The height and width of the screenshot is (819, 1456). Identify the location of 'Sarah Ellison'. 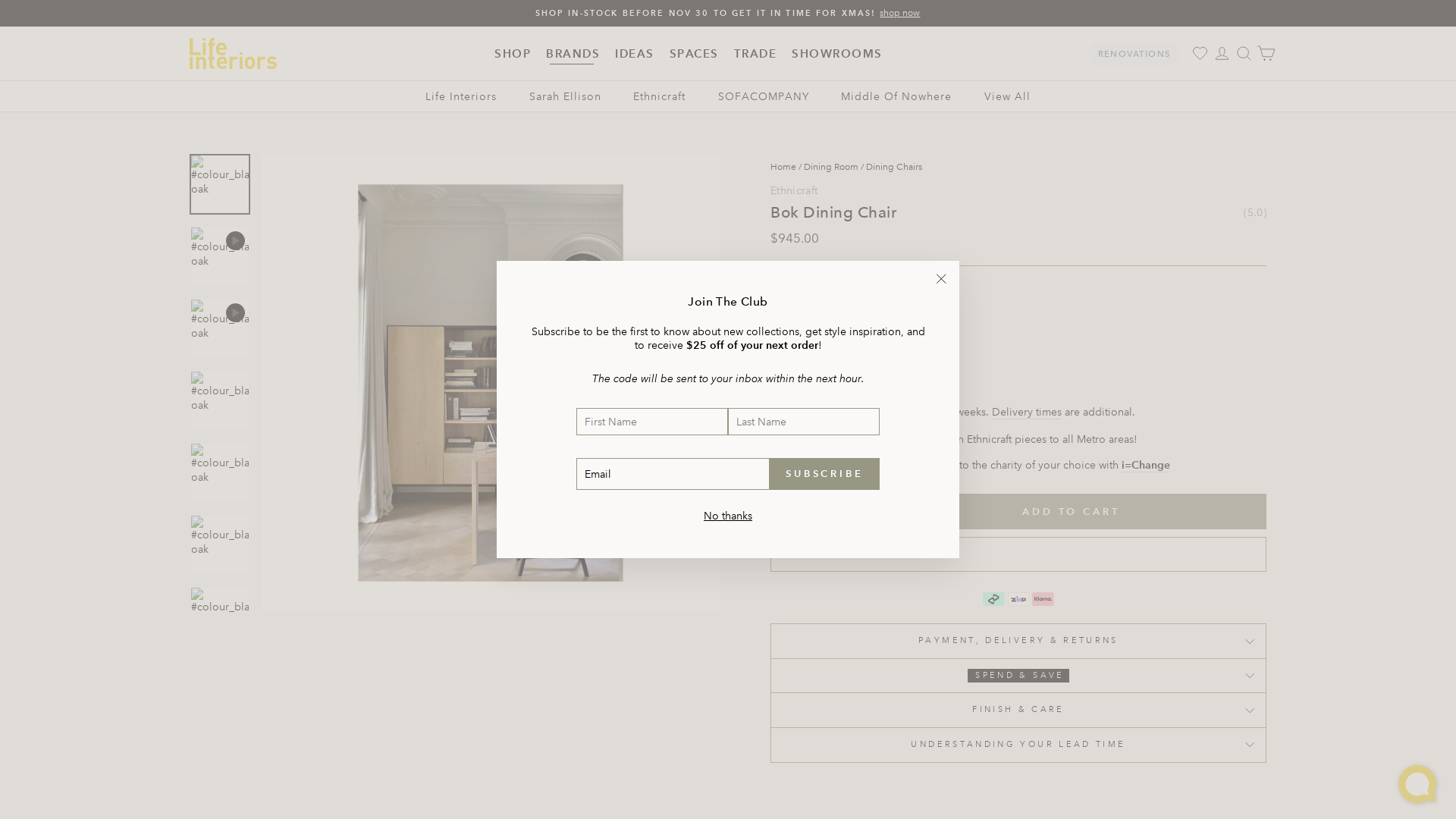
(529, 96).